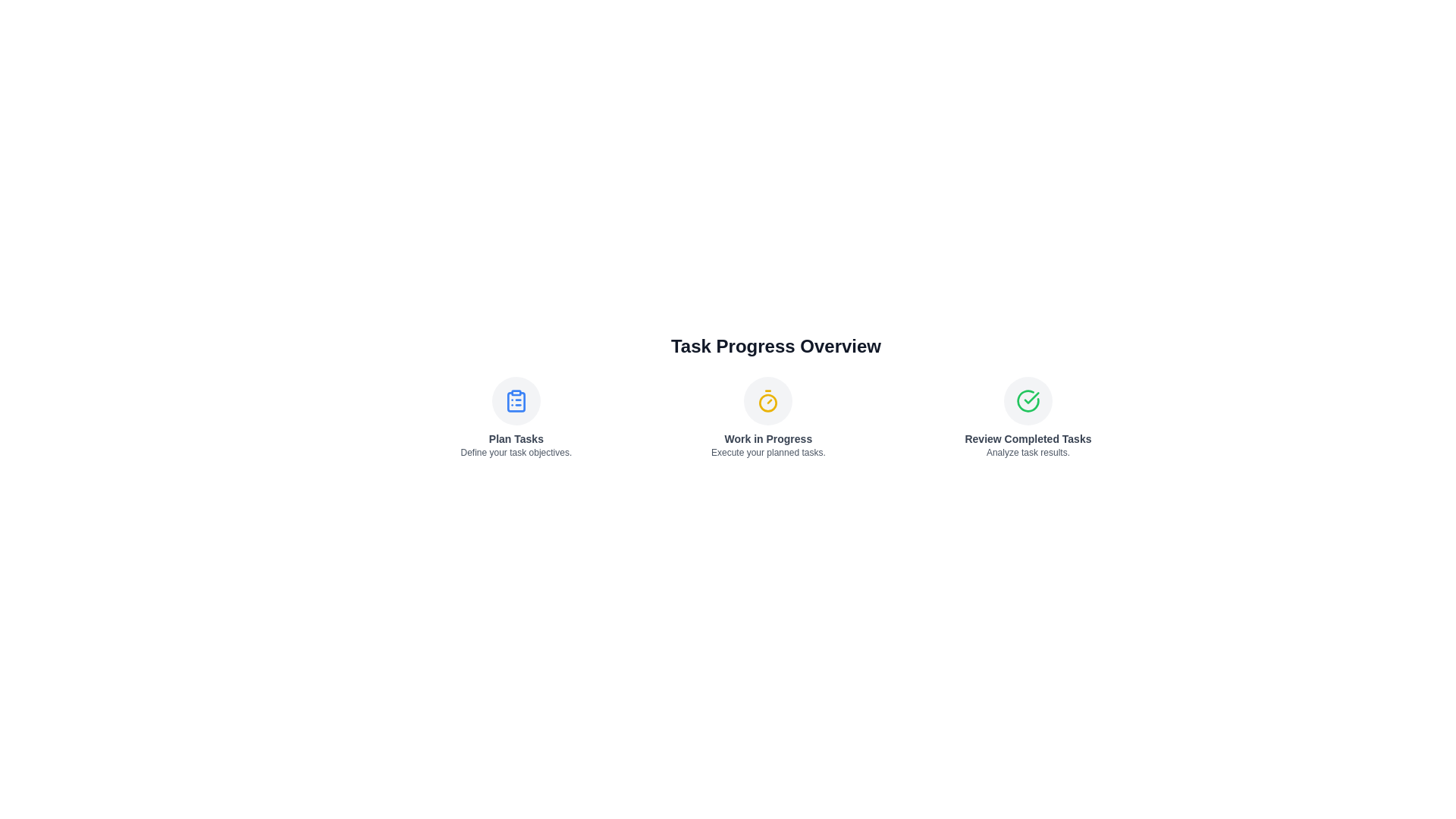 The width and height of the screenshot is (1456, 819). Describe the element at coordinates (516, 400) in the screenshot. I see `the icon of the step Plan Tasks` at that location.